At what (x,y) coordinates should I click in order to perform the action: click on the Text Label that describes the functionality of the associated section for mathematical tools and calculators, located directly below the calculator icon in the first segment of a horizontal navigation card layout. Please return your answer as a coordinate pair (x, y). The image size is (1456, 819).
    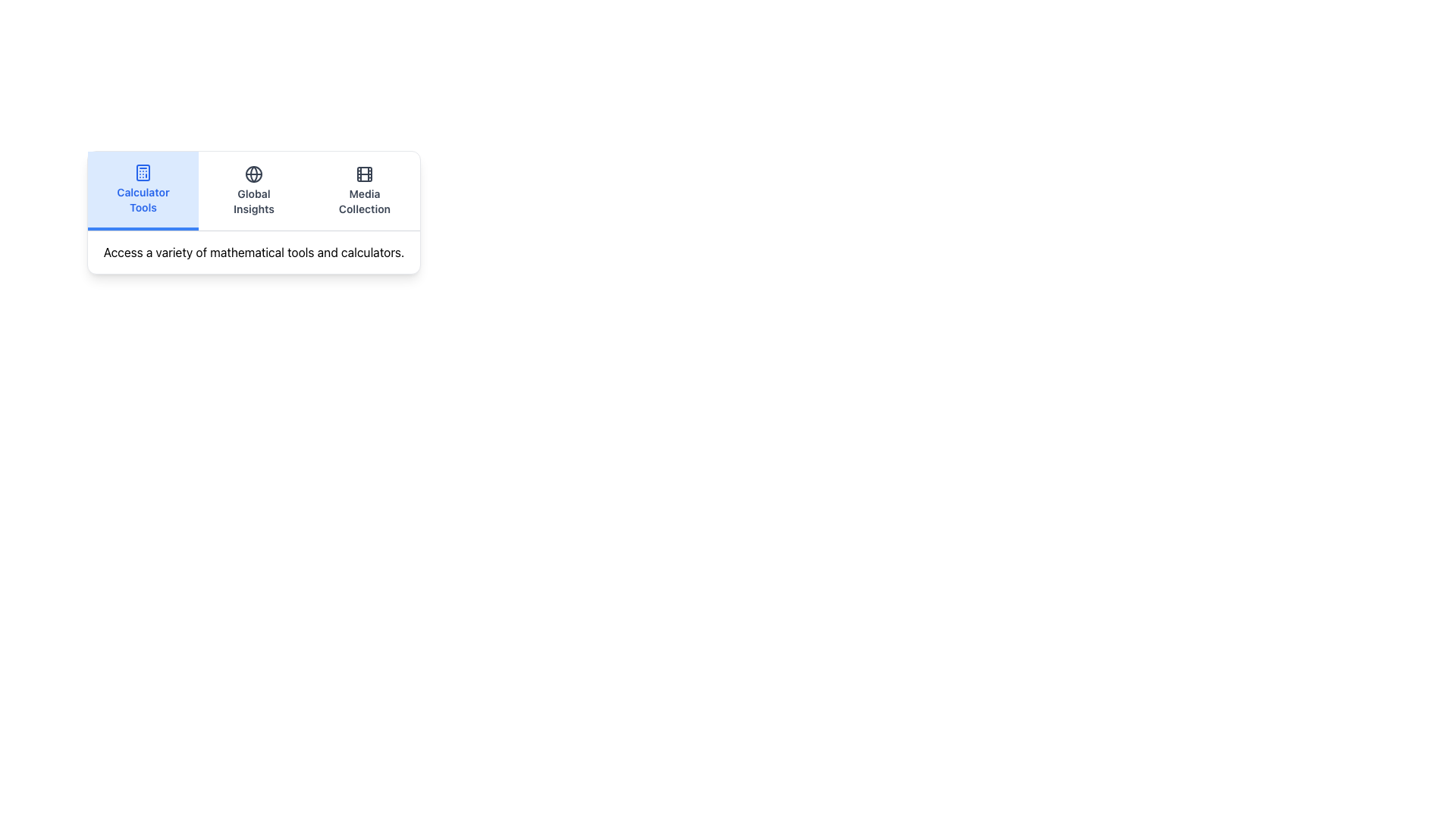
    Looking at the image, I should click on (143, 199).